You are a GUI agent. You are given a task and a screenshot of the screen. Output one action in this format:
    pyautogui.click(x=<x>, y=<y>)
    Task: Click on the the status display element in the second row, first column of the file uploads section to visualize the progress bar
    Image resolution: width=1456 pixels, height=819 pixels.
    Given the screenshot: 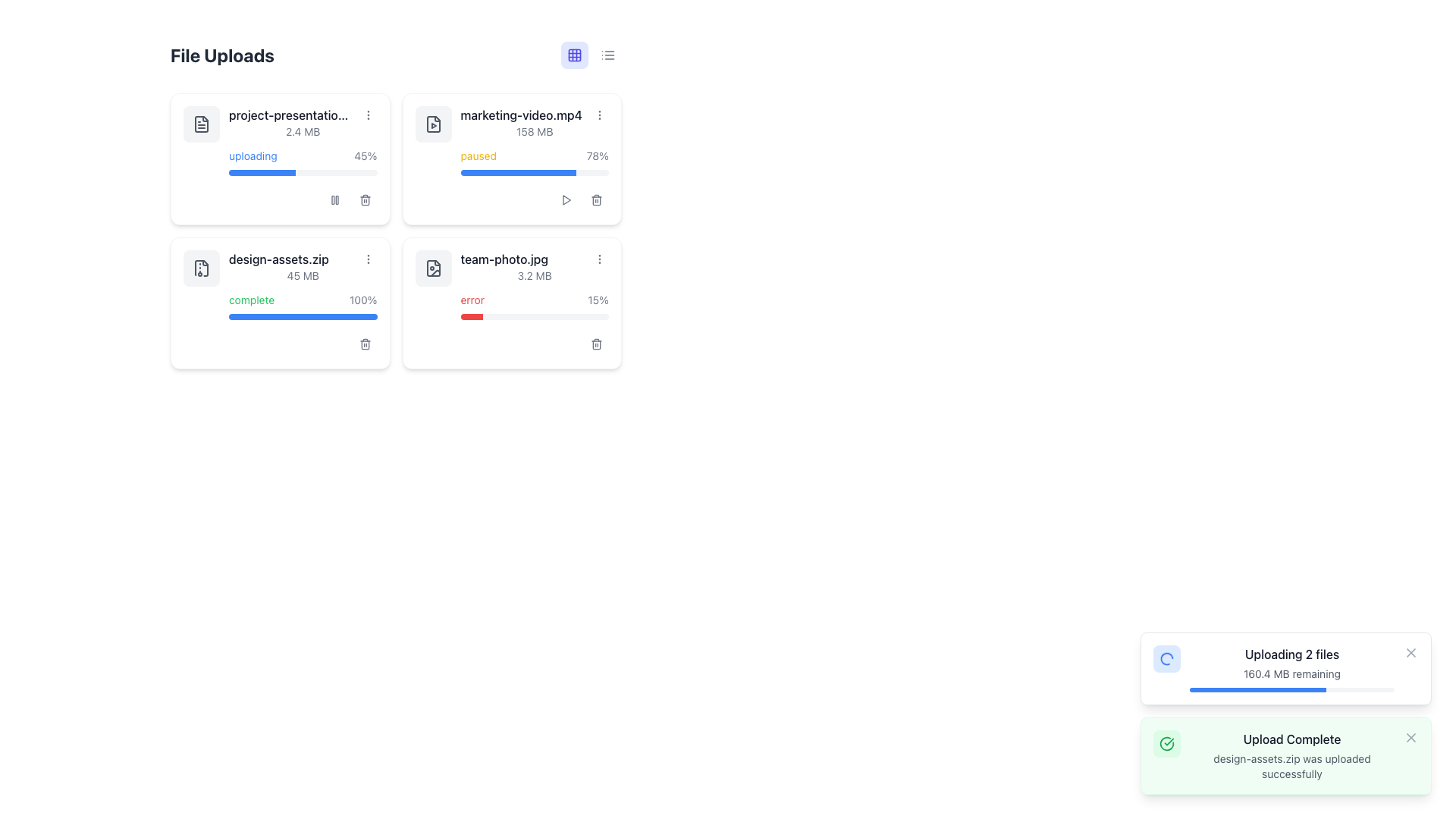 What is the action you would take?
    pyautogui.click(x=303, y=284)
    